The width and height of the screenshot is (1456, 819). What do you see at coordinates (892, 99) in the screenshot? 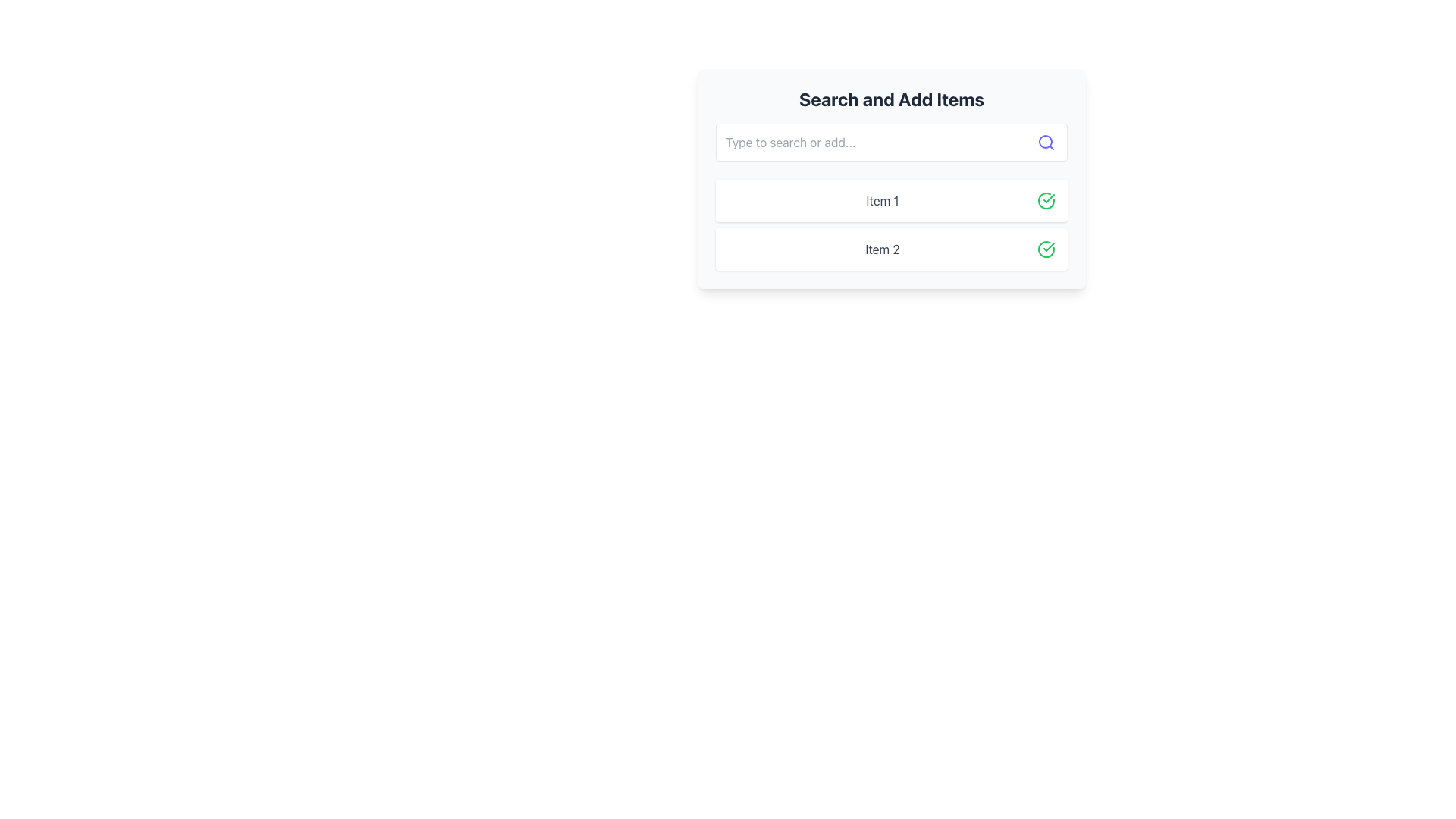
I see `the Heading at the top of the card interface, which serves as a title for the search or add items functionality` at bounding box center [892, 99].